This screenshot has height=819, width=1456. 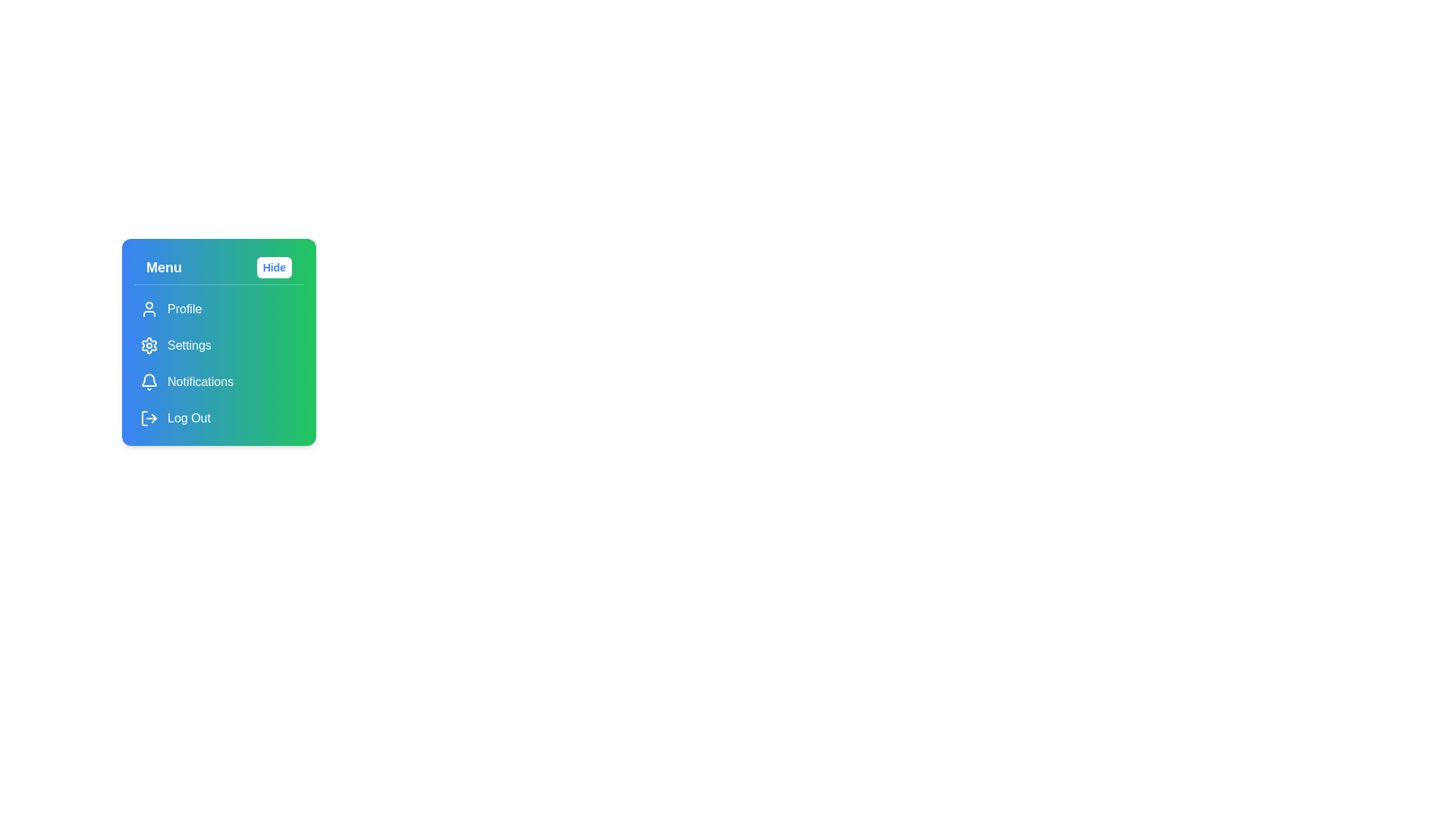 I want to click on the 'Notifications' item in the vertical navigation menu located in the top-left menu panel of the application, so click(x=218, y=363).